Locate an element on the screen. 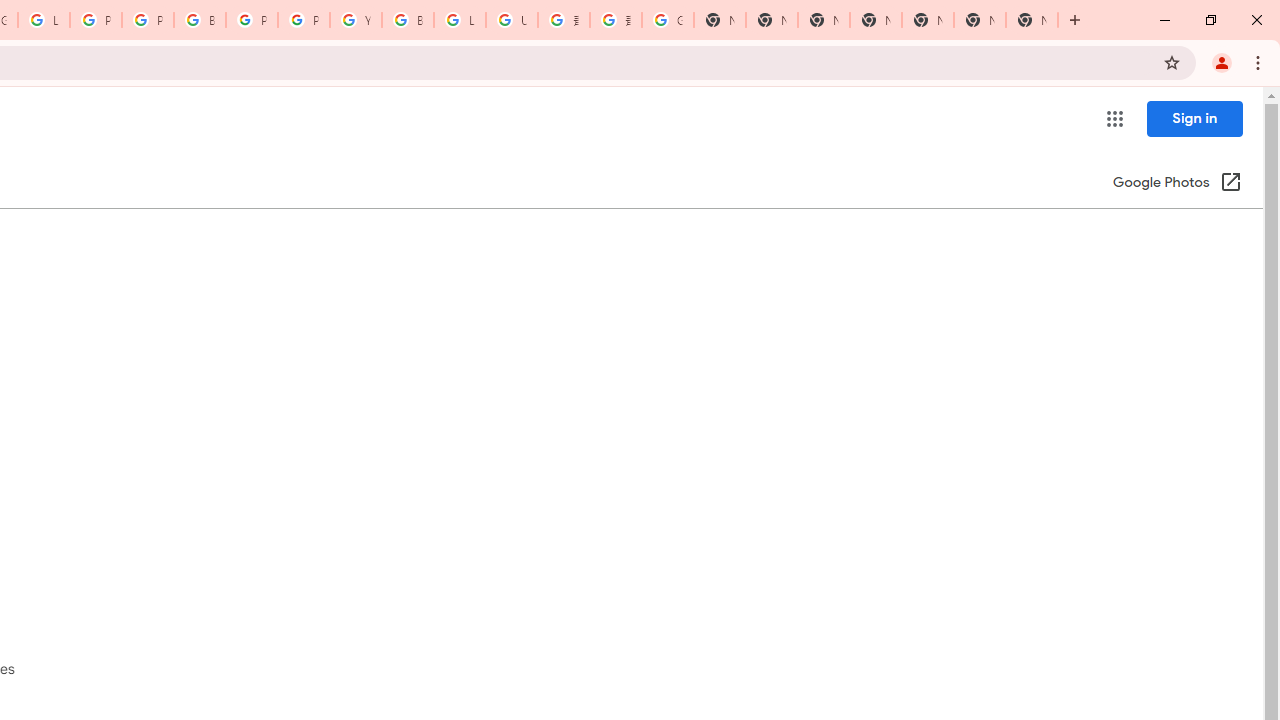  'Chrome' is located at coordinates (1259, 61).